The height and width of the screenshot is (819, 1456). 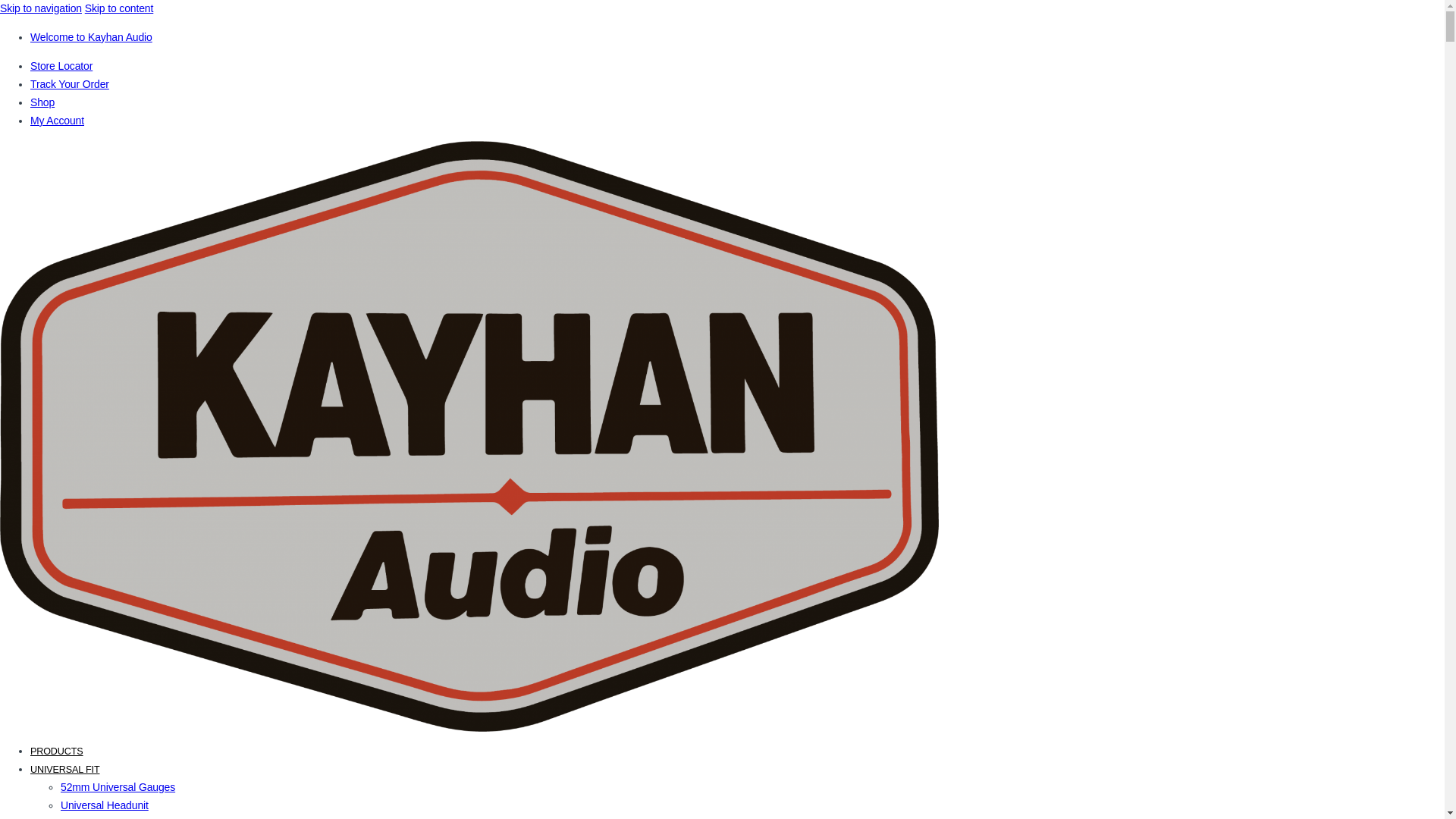 I want to click on 'Store Locator', so click(x=61, y=65).